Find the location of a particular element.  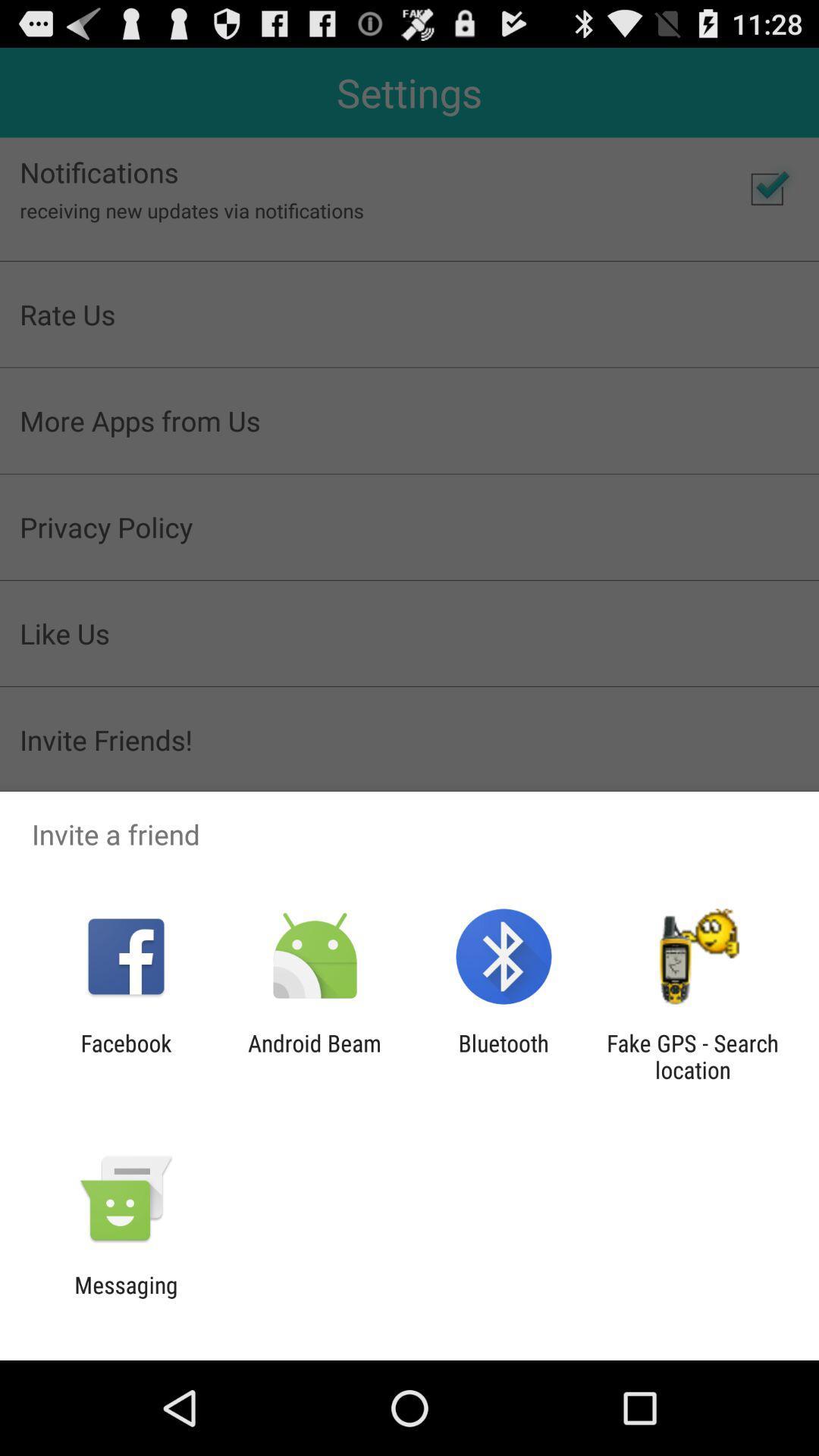

icon next to the bluetooth app is located at coordinates (692, 1056).